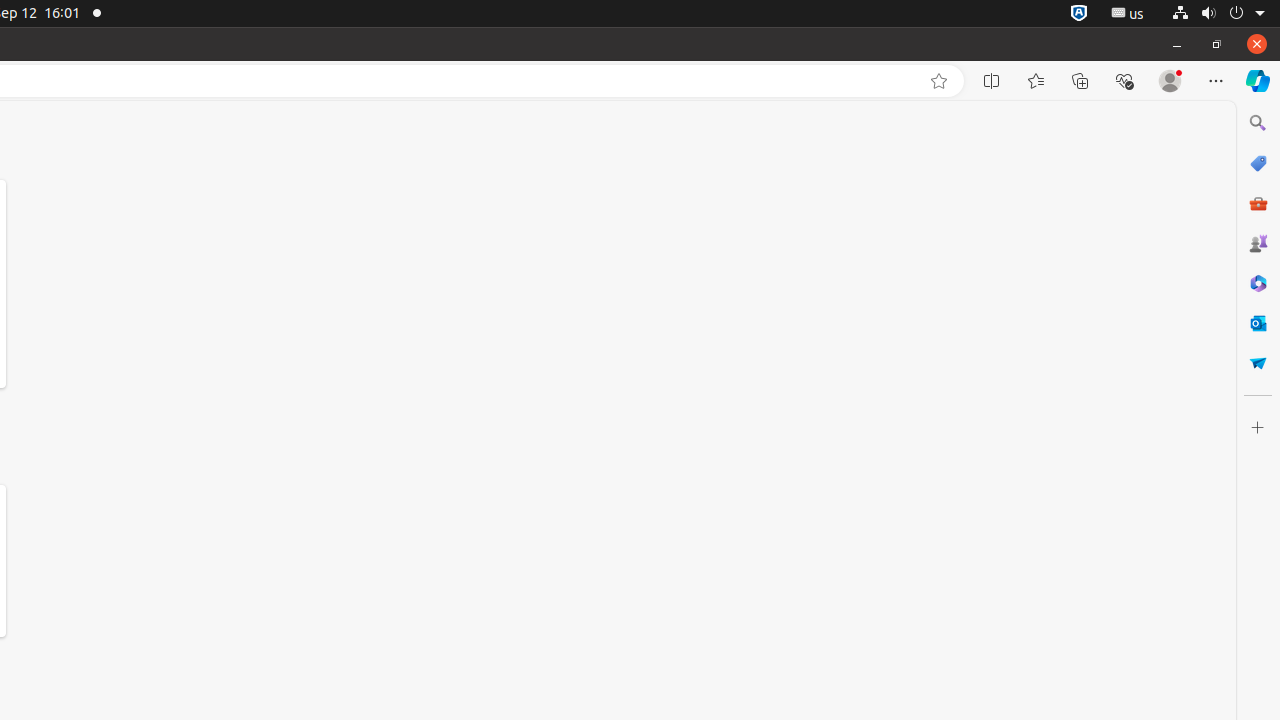 The height and width of the screenshot is (720, 1280). I want to click on ':1.21/StatusNotifierItem', so click(1127, 13).